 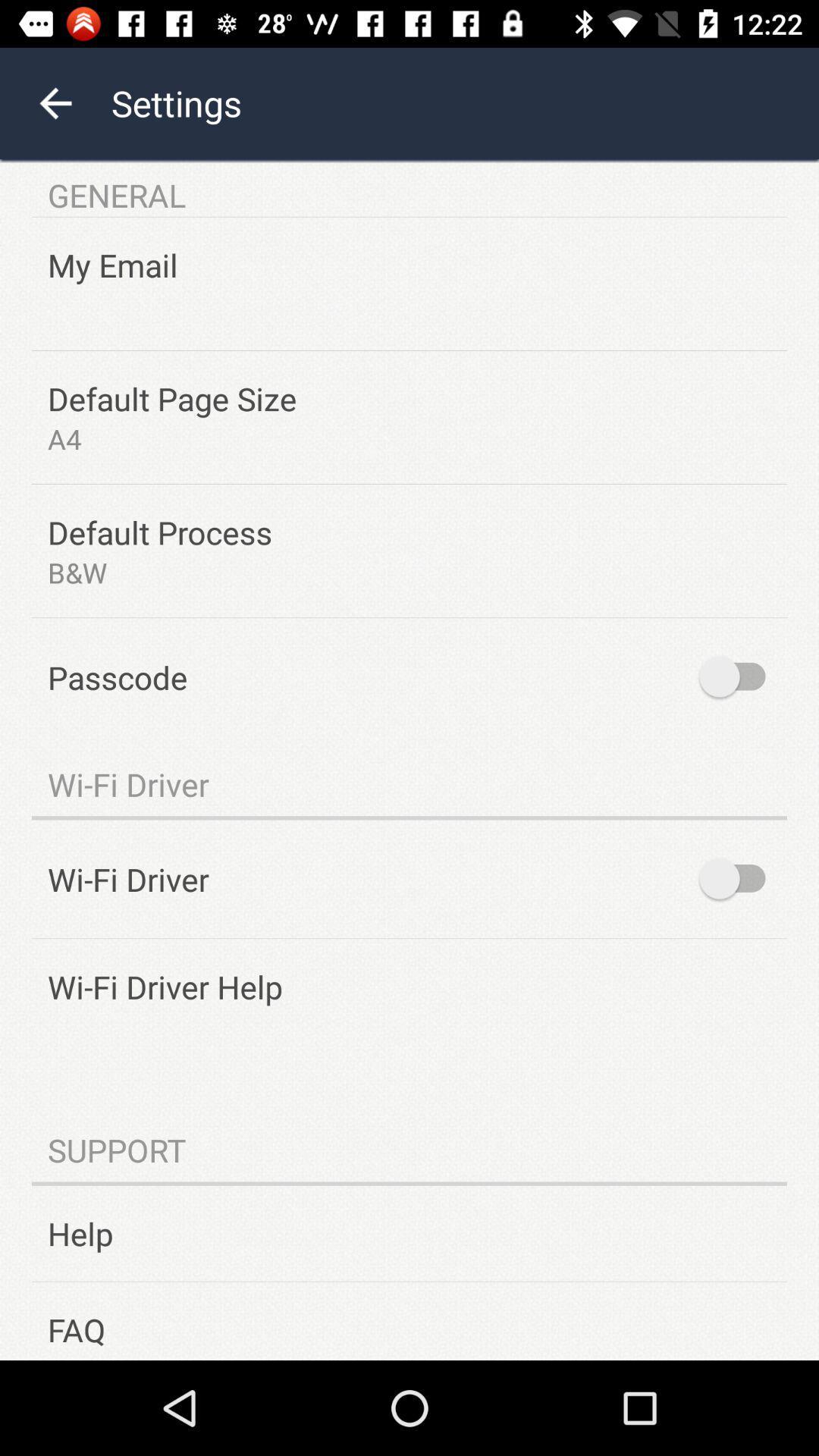 I want to click on the arrow_backward icon, so click(x=55, y=102).